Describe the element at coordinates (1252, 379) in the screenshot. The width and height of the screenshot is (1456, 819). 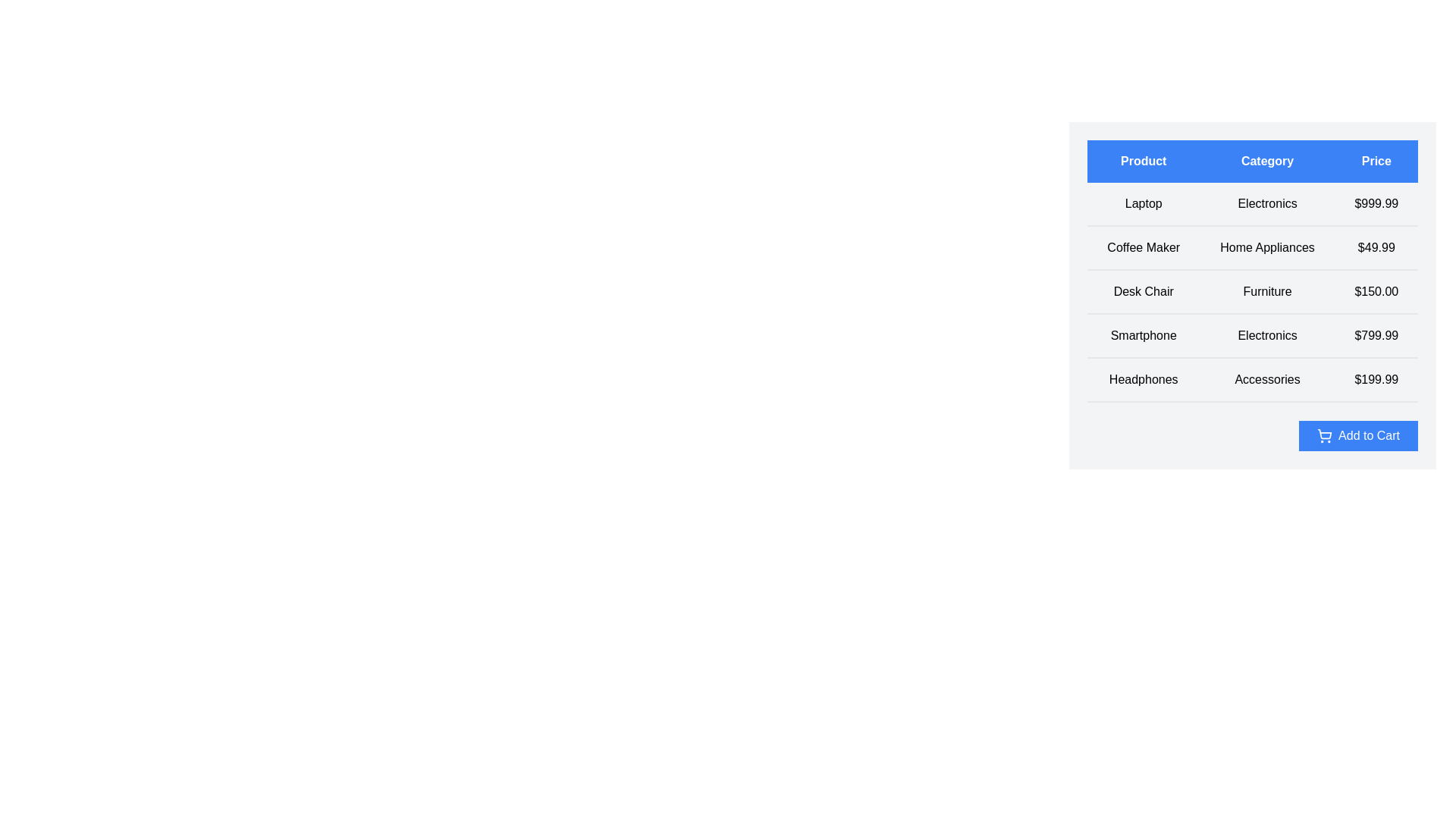
I see `the last row of the table displaying 'Headphones', 'Accessories', and '$199.99'` at that location.